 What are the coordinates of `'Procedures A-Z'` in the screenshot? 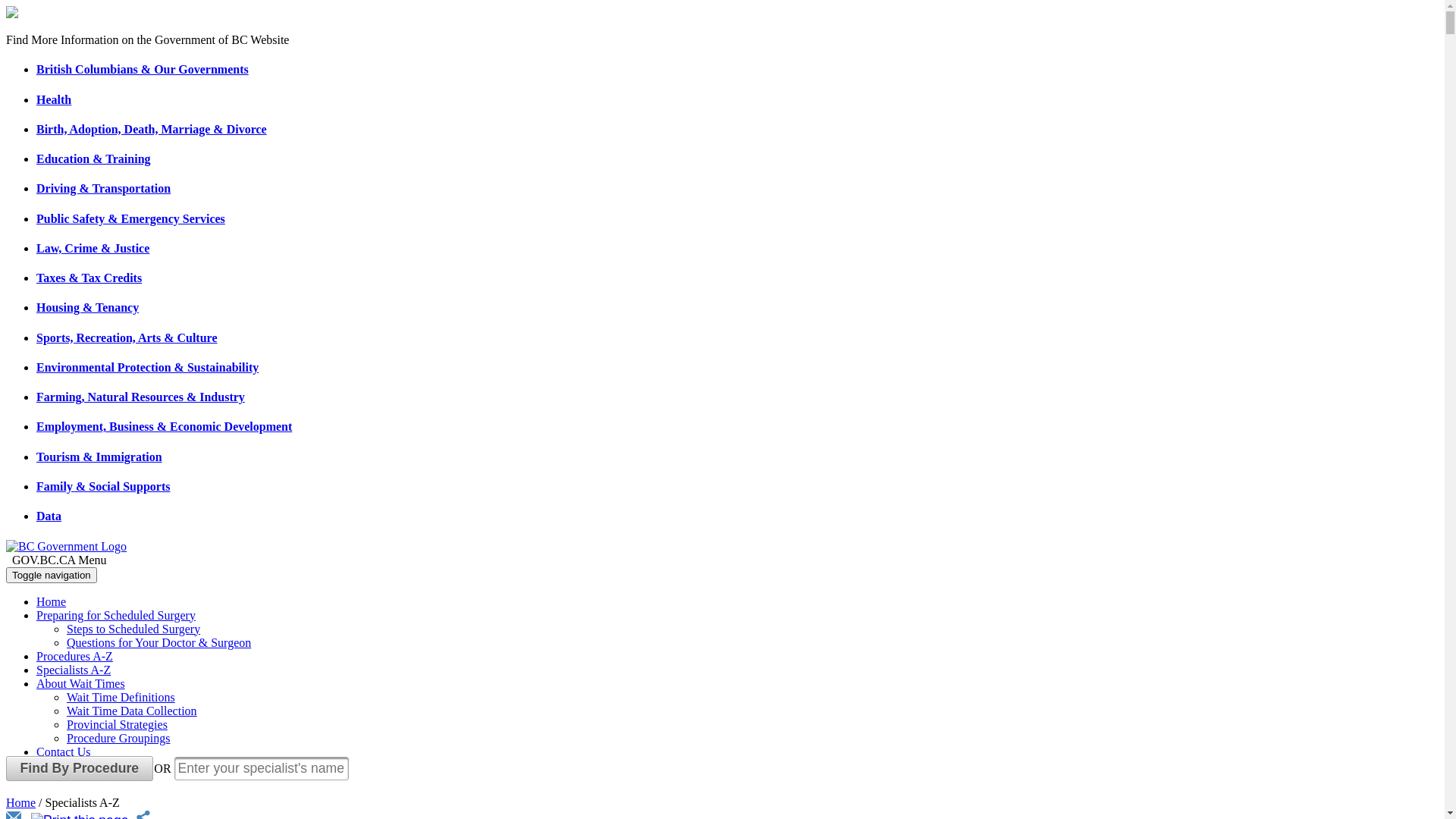 It's located at (74, 655).